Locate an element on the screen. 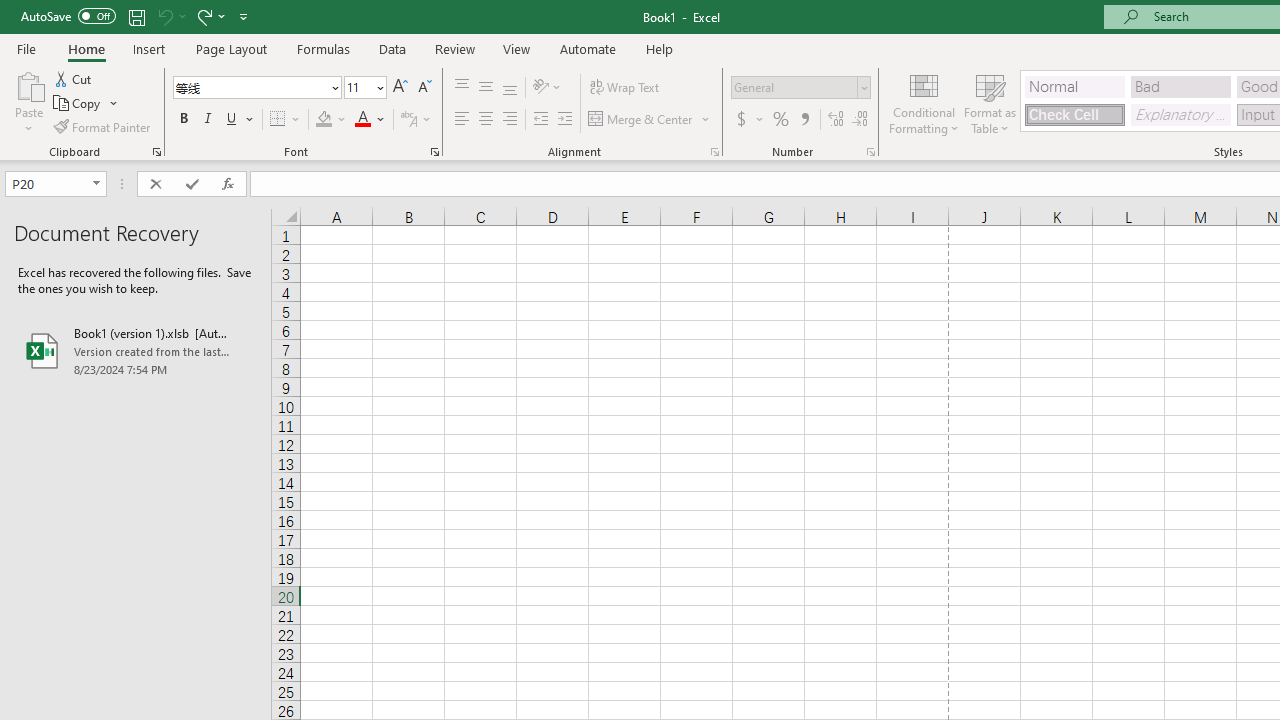 This screenshot has height=720, width=1280. 'Font Size' is located at coordinates (359, 86).